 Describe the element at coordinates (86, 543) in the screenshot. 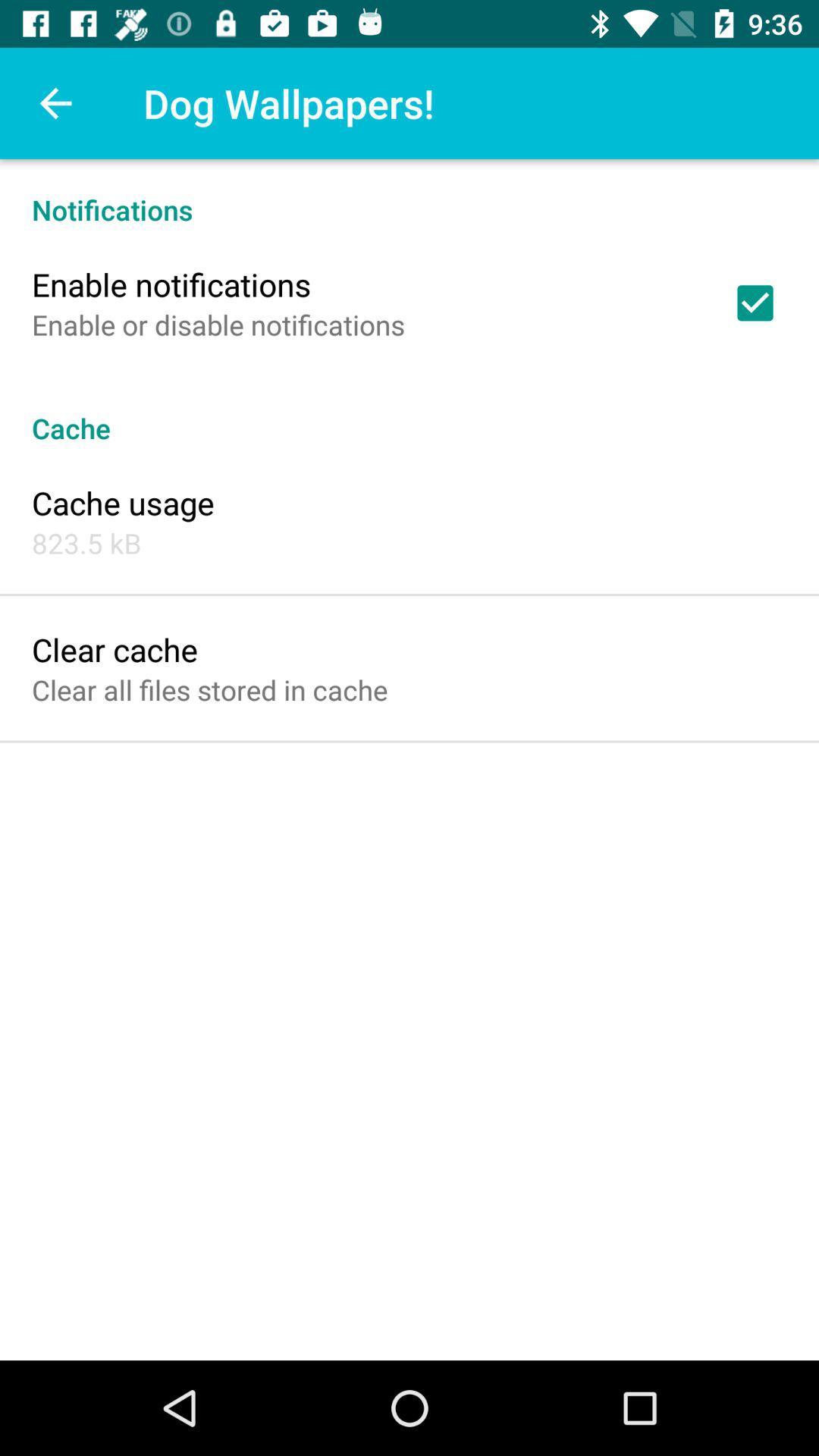

I see `the icon above clear cache` at that location.